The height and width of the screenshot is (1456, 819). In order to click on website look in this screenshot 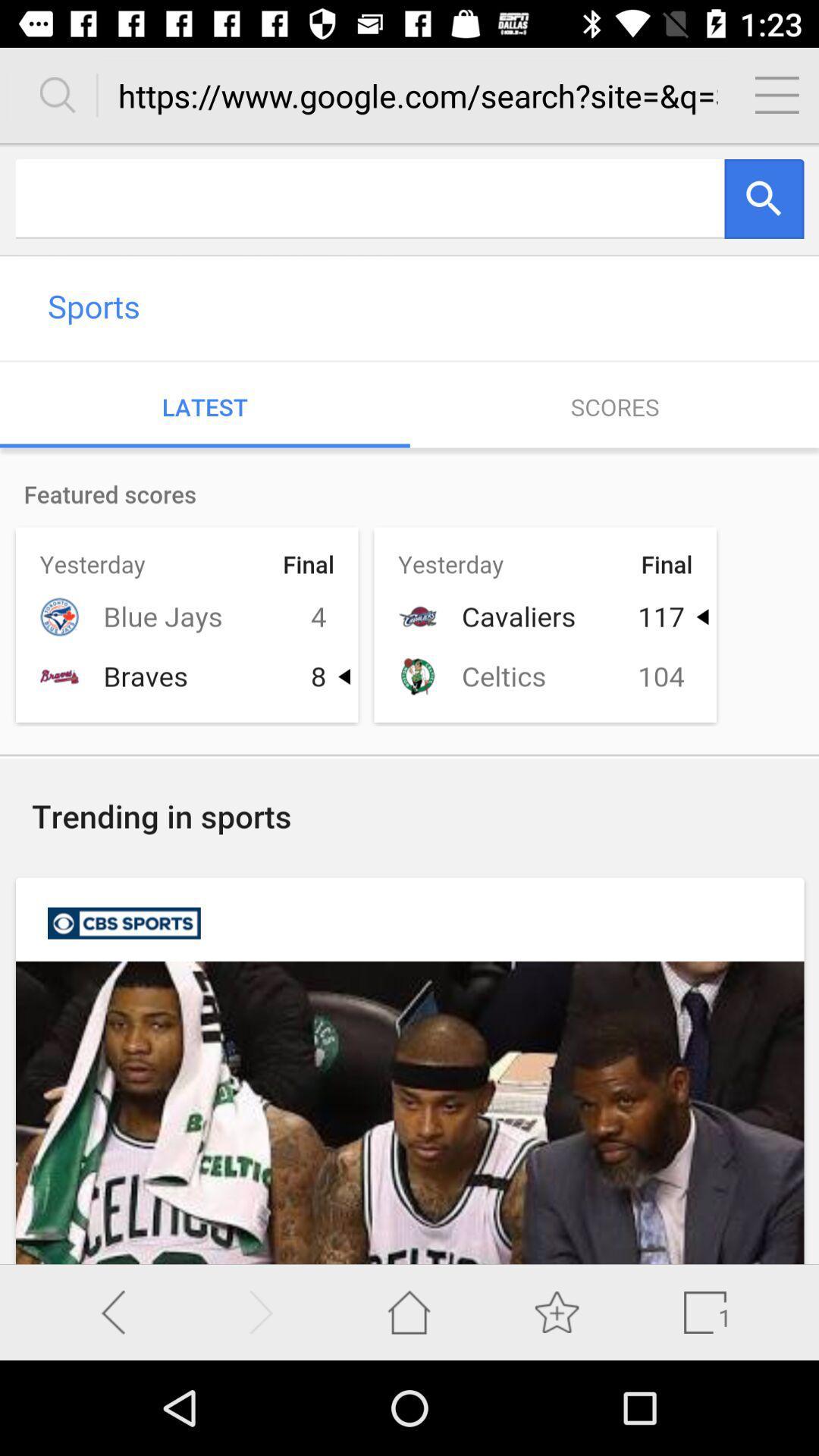, I will do `click(409, 703)`.